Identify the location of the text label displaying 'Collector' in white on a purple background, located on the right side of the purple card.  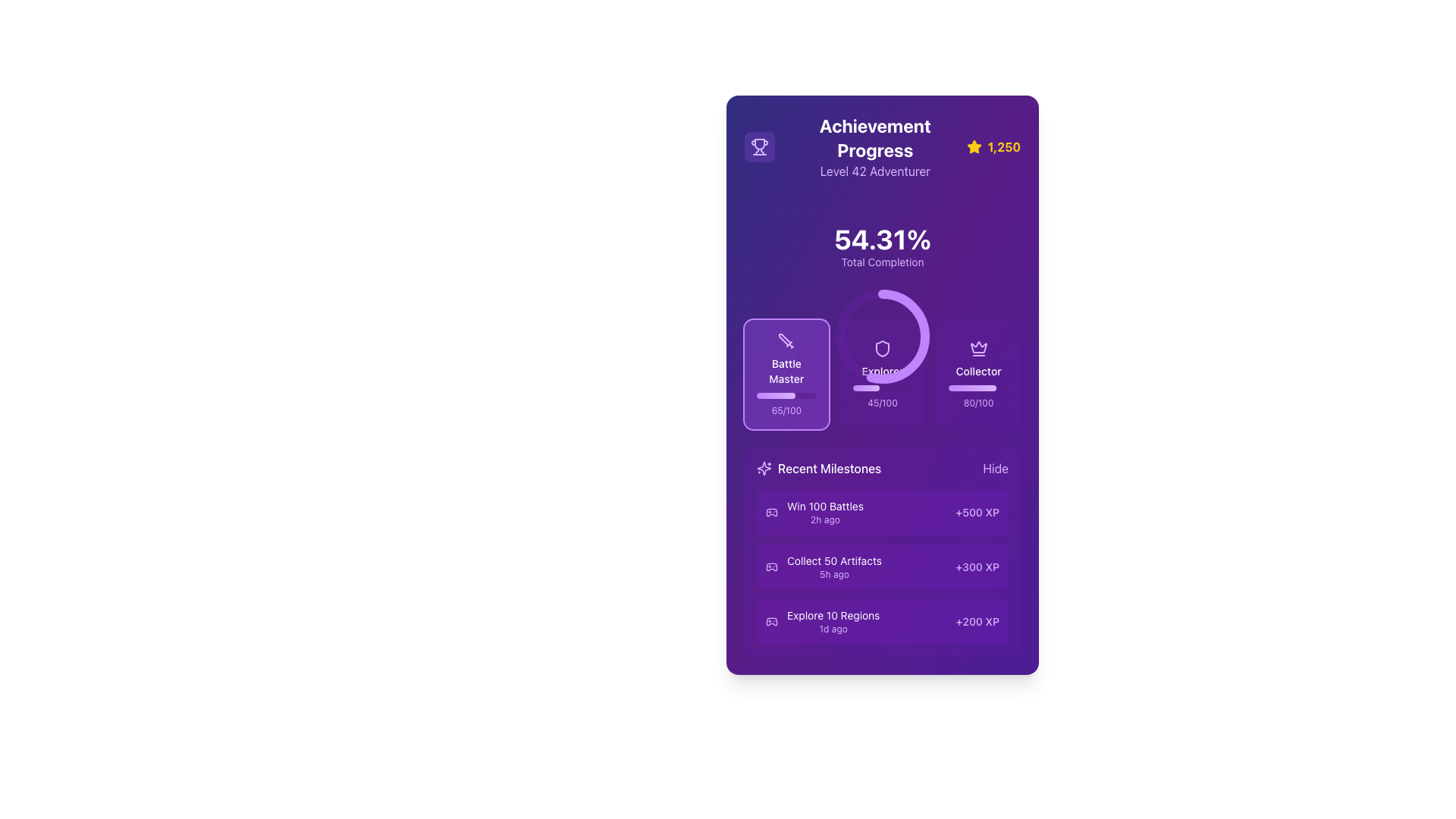
(978, 371).